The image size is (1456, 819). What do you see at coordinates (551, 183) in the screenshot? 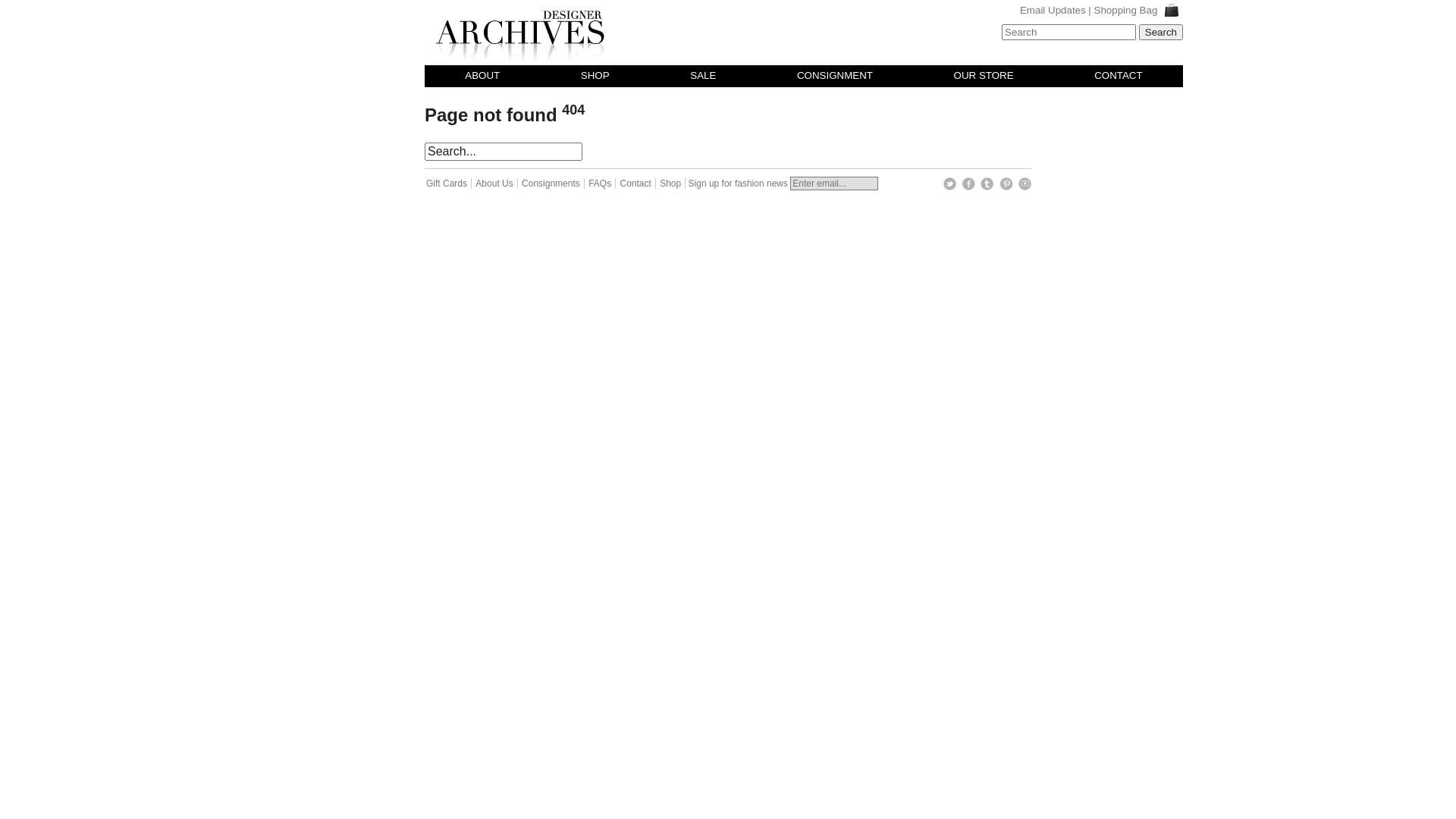
I see `'Consignments'` at bounding box center [551, 183].